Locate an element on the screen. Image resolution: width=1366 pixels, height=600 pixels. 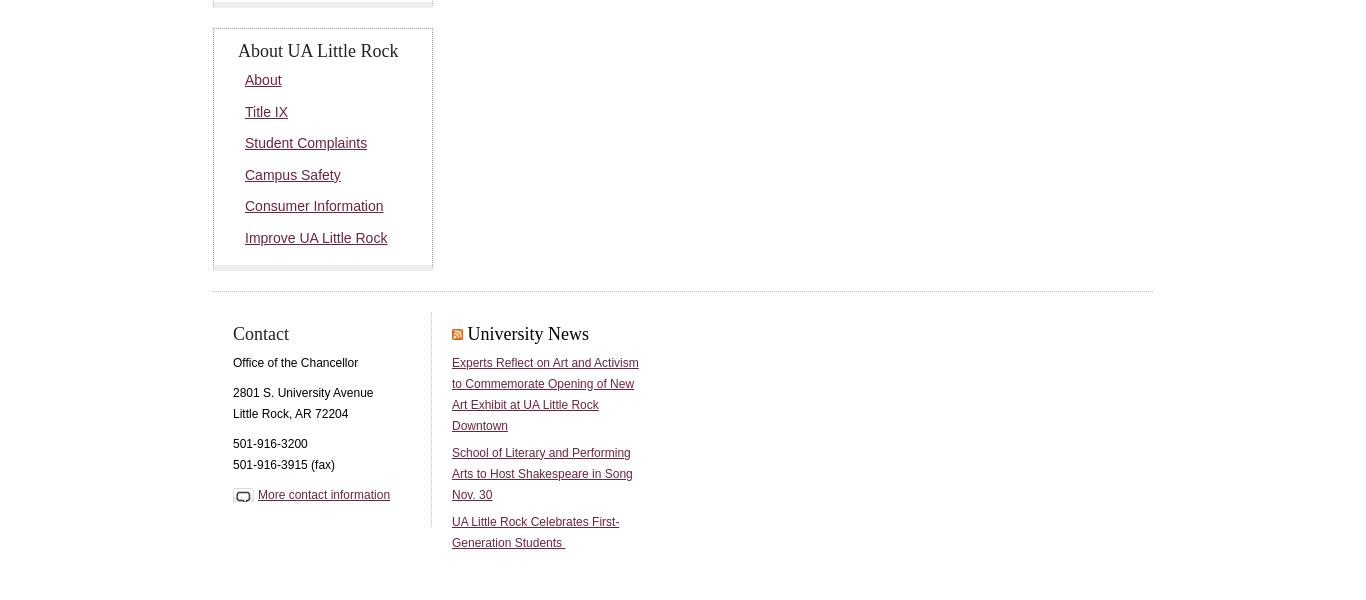
'Office of the Chancellor' is located at coordinates (295, 360).